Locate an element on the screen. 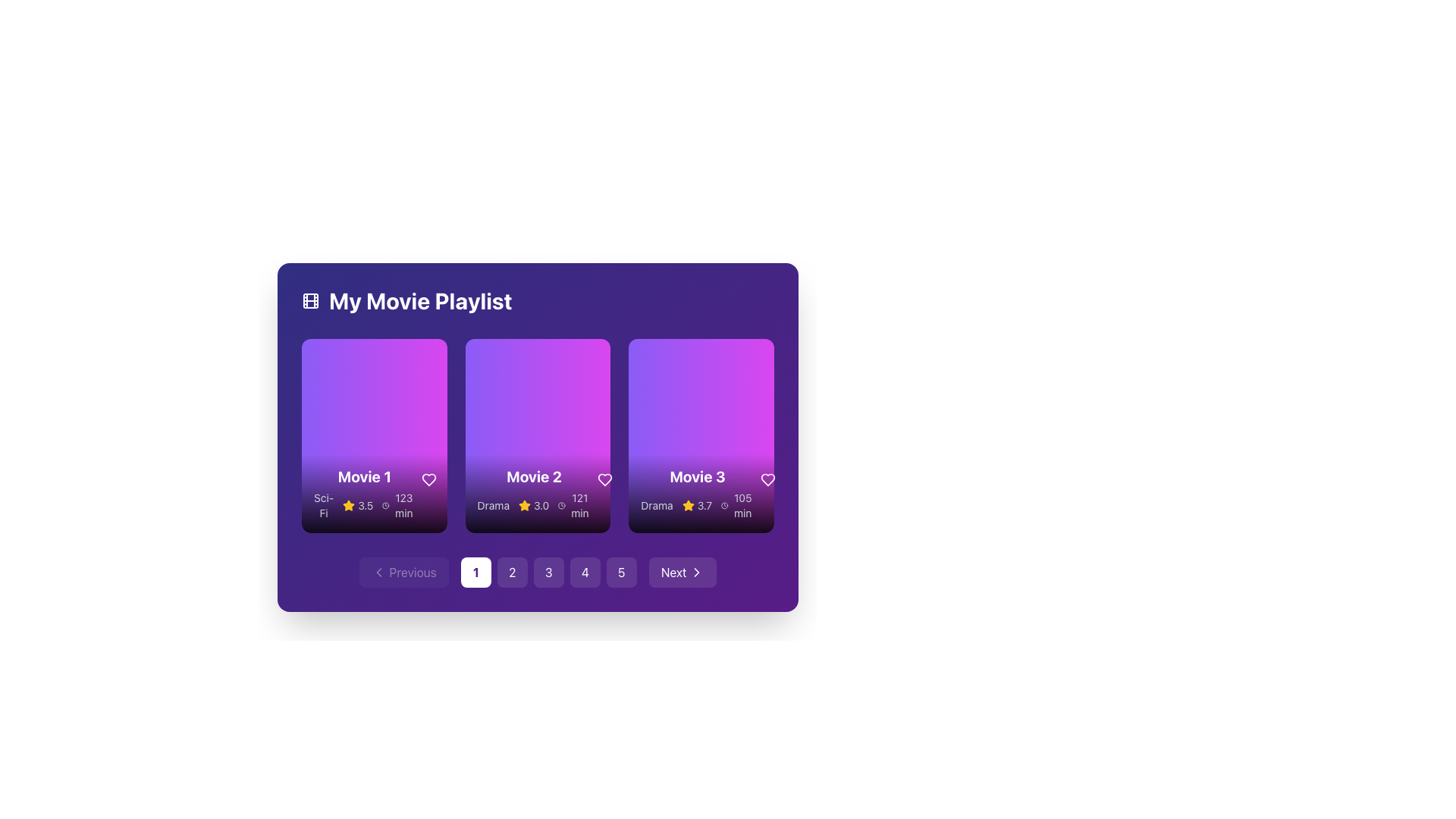 The image size is (1456, 819). the 'Next' button located at the bottom-right of the interface is located at coordinates (682, 573).